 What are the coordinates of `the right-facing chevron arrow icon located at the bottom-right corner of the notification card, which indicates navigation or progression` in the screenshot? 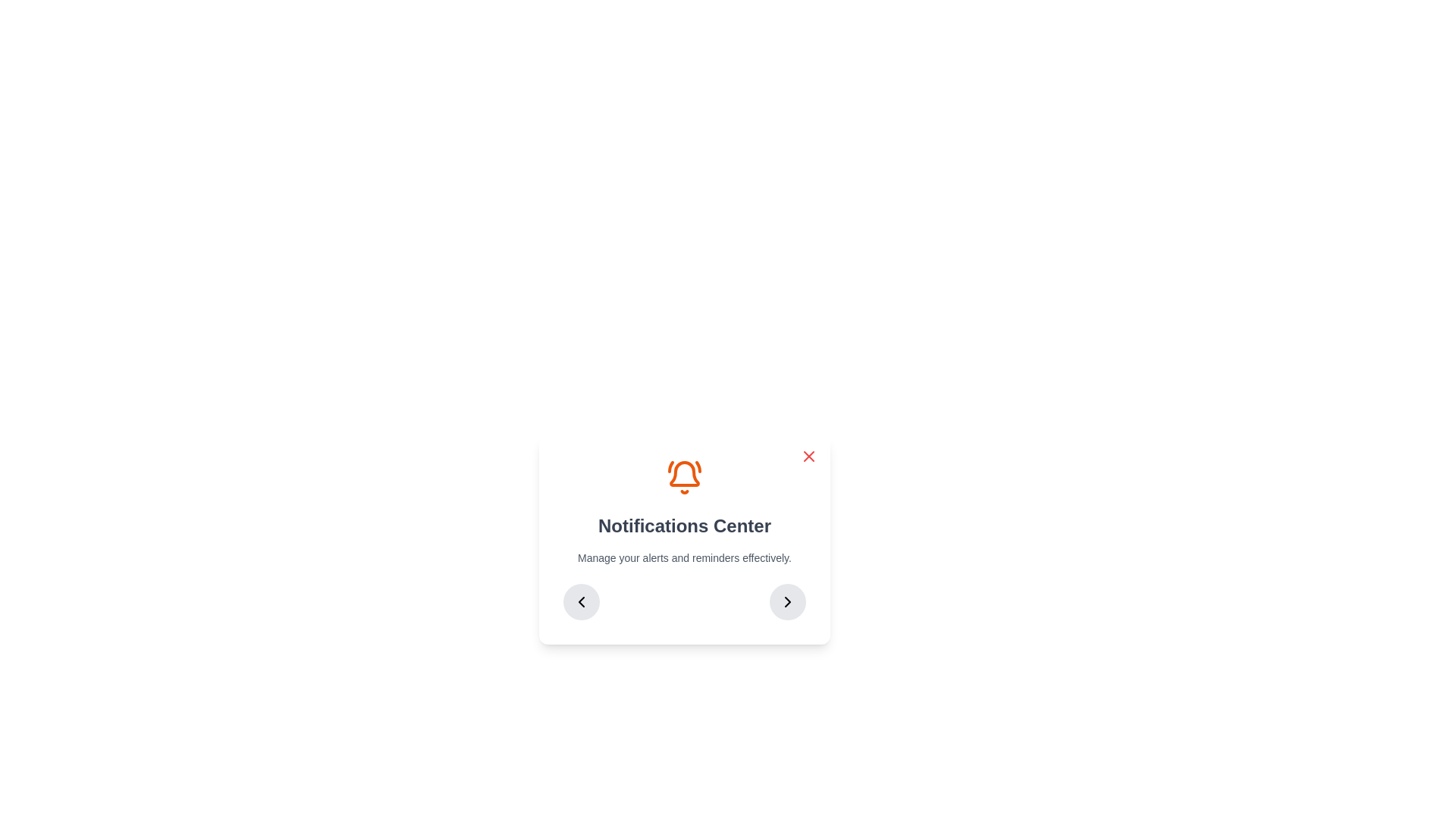 It's located at (787, 601).